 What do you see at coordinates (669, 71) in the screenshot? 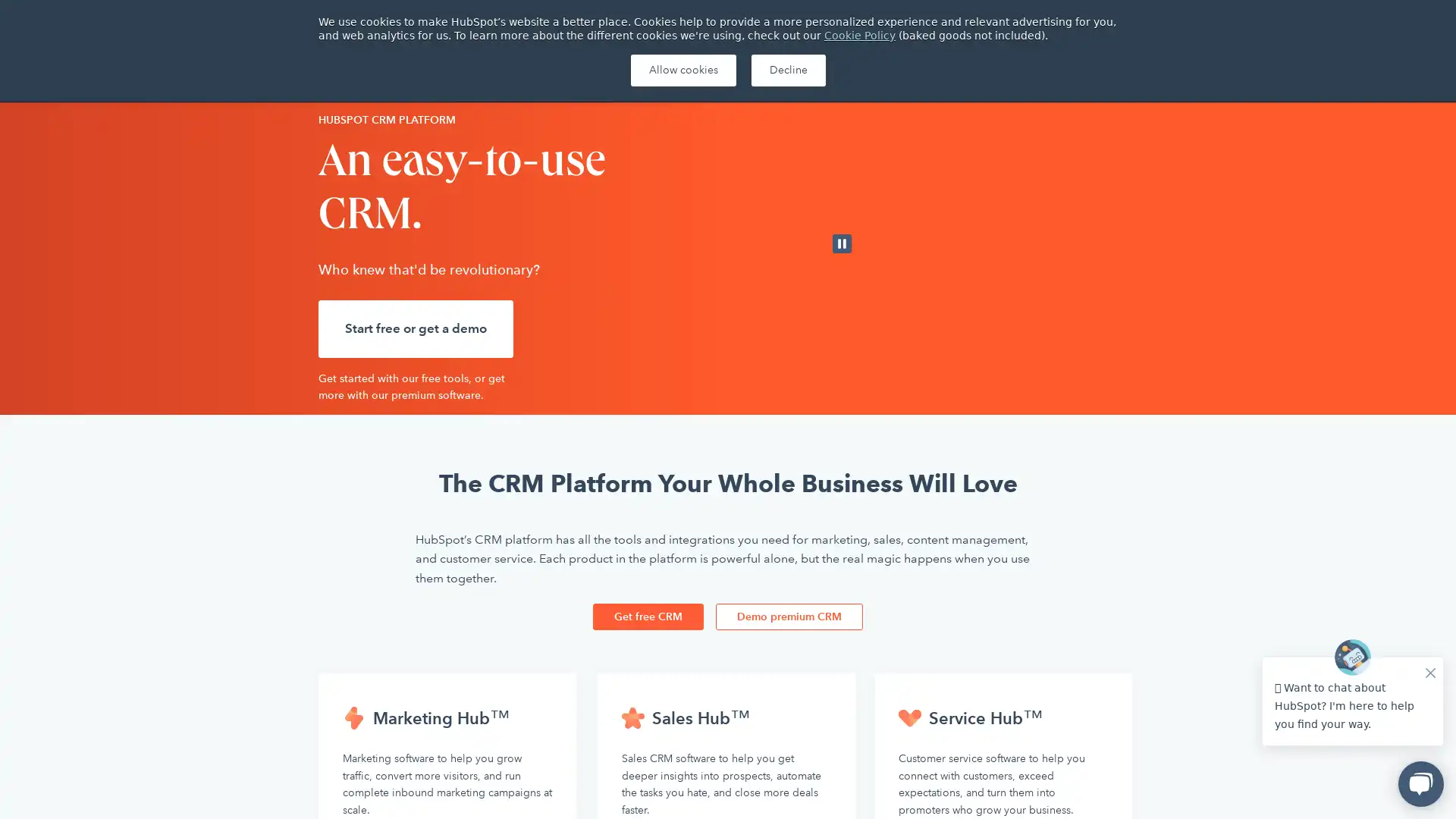
I see `Resources` at bounding box center [669, 71].